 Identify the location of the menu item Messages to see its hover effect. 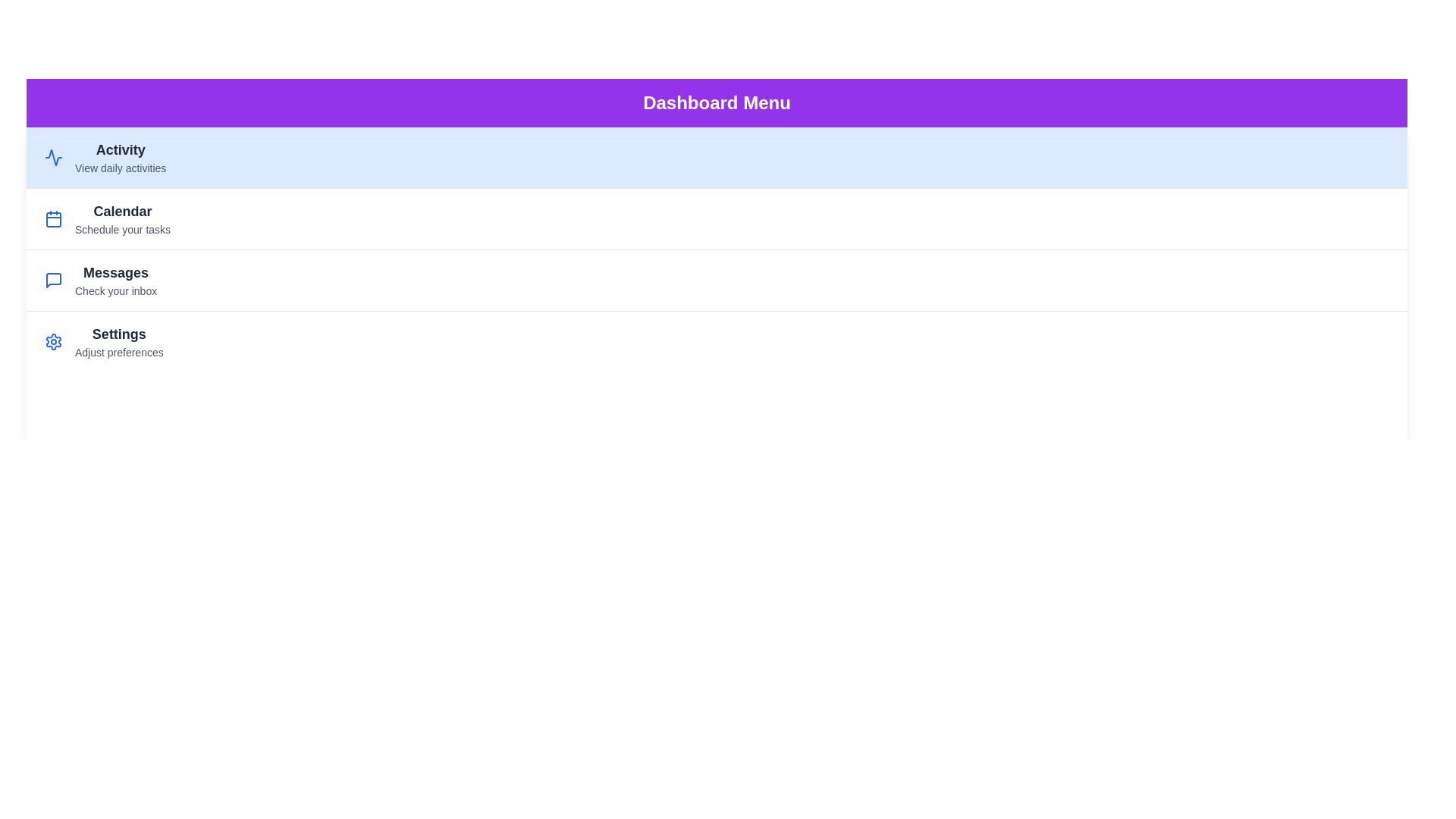
(716, 280).